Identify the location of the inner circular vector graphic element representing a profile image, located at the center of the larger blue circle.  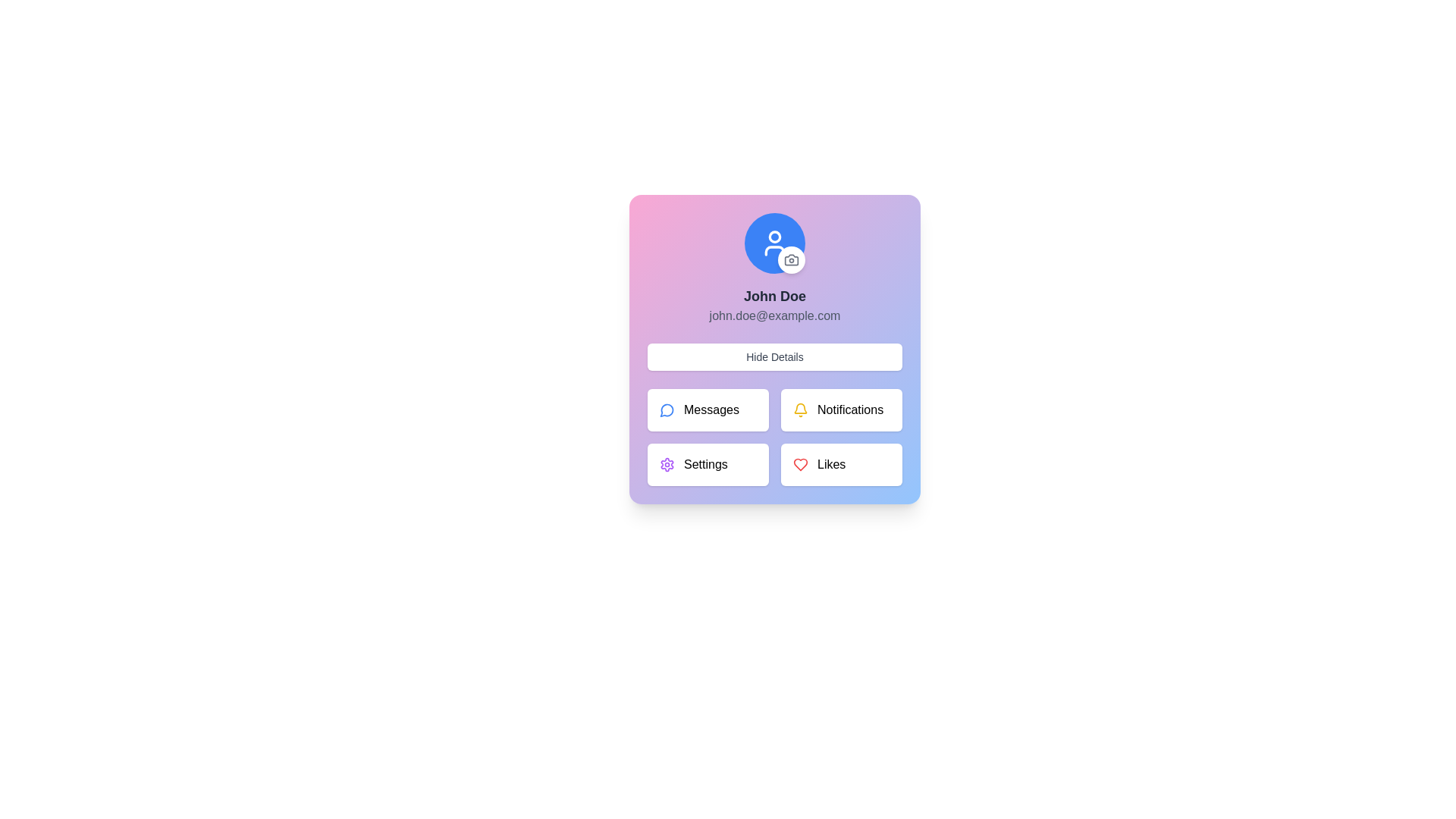
(774, 237).